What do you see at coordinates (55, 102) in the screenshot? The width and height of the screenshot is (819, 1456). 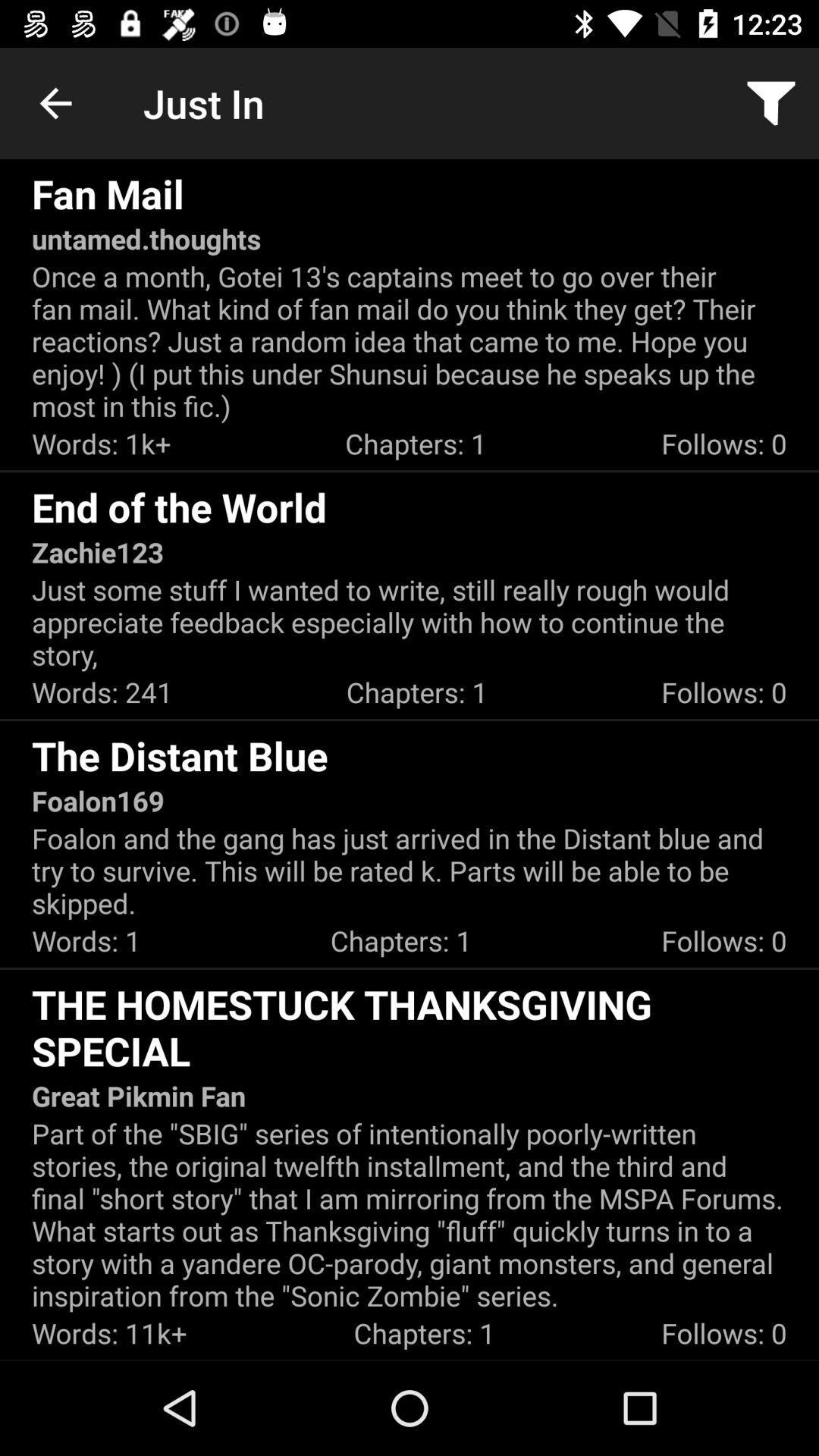 I see `the icon above fan mail` at bounding box center [55, 102].